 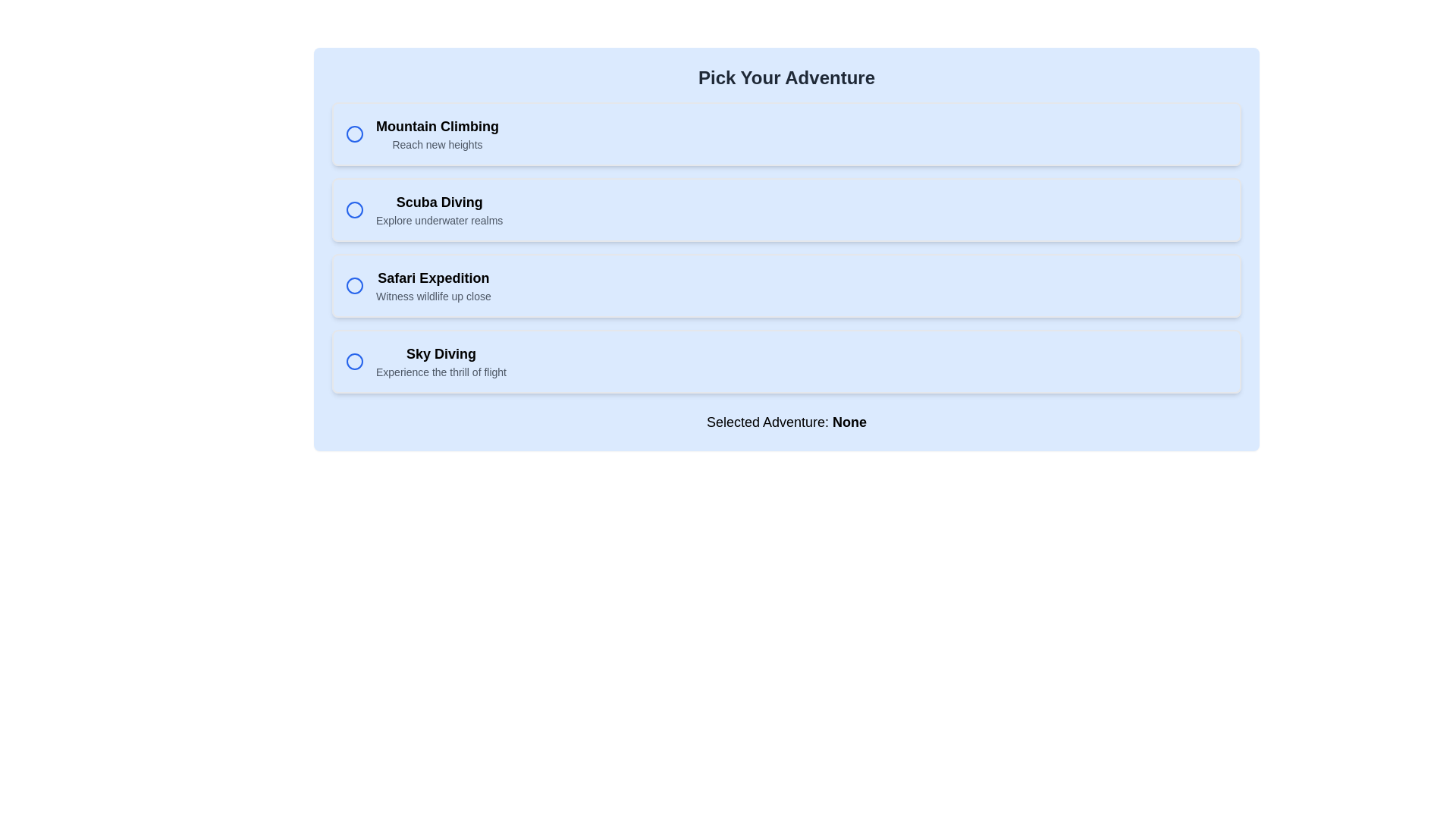 What do you see at coordinates (436, 125) in the screenshot?
I see `the main title label for the 'Mountain Climbing' adventure option, which is positioned at the upper-left section of its option card` at bounding box center [436, 125].